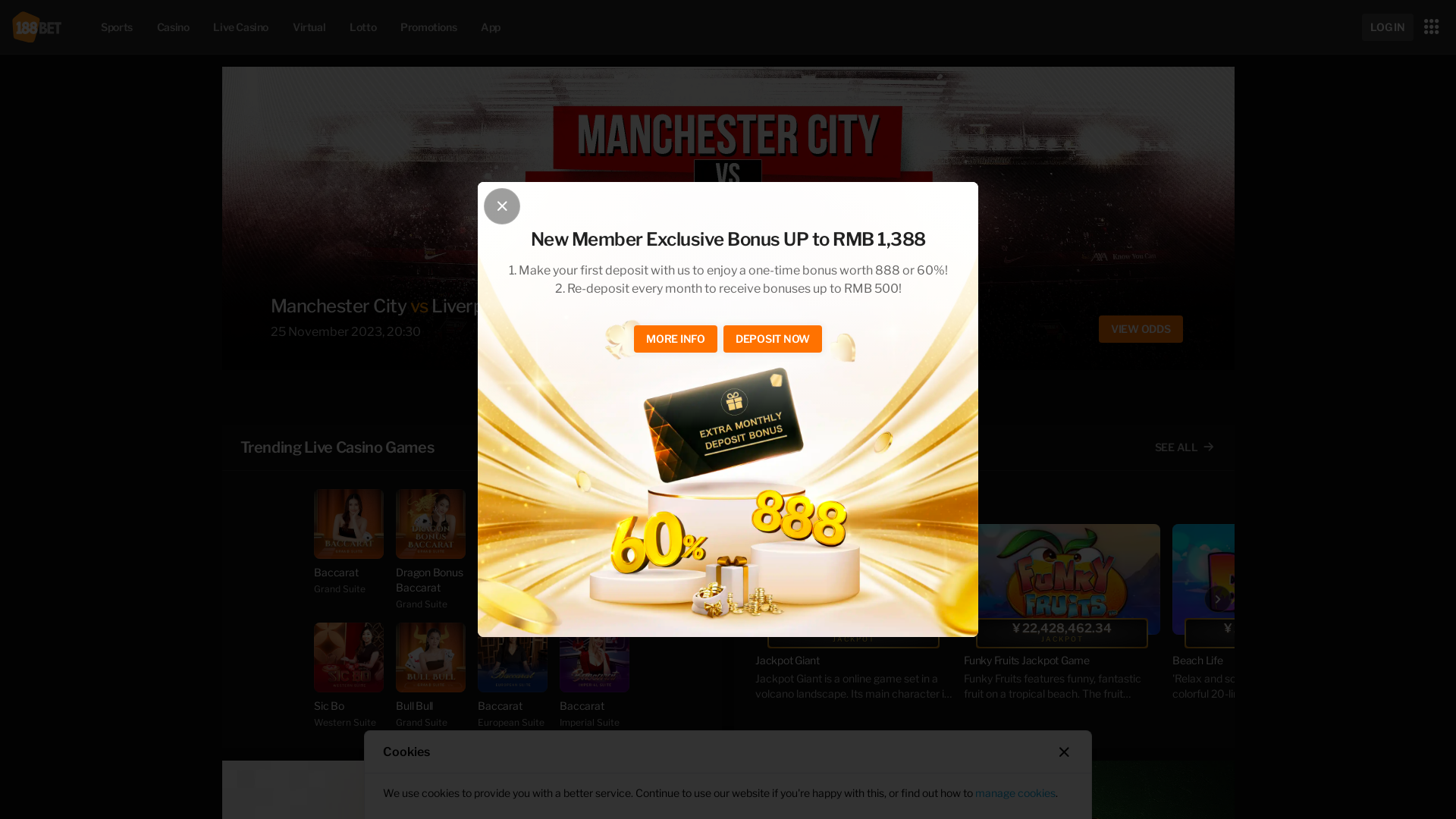 The width and height of the screenshot is (1456, 819). What do you see at coordinates (1015, 792) in the screenshot?
I see `'manage cookies'` at bounding box center [1015, 792].